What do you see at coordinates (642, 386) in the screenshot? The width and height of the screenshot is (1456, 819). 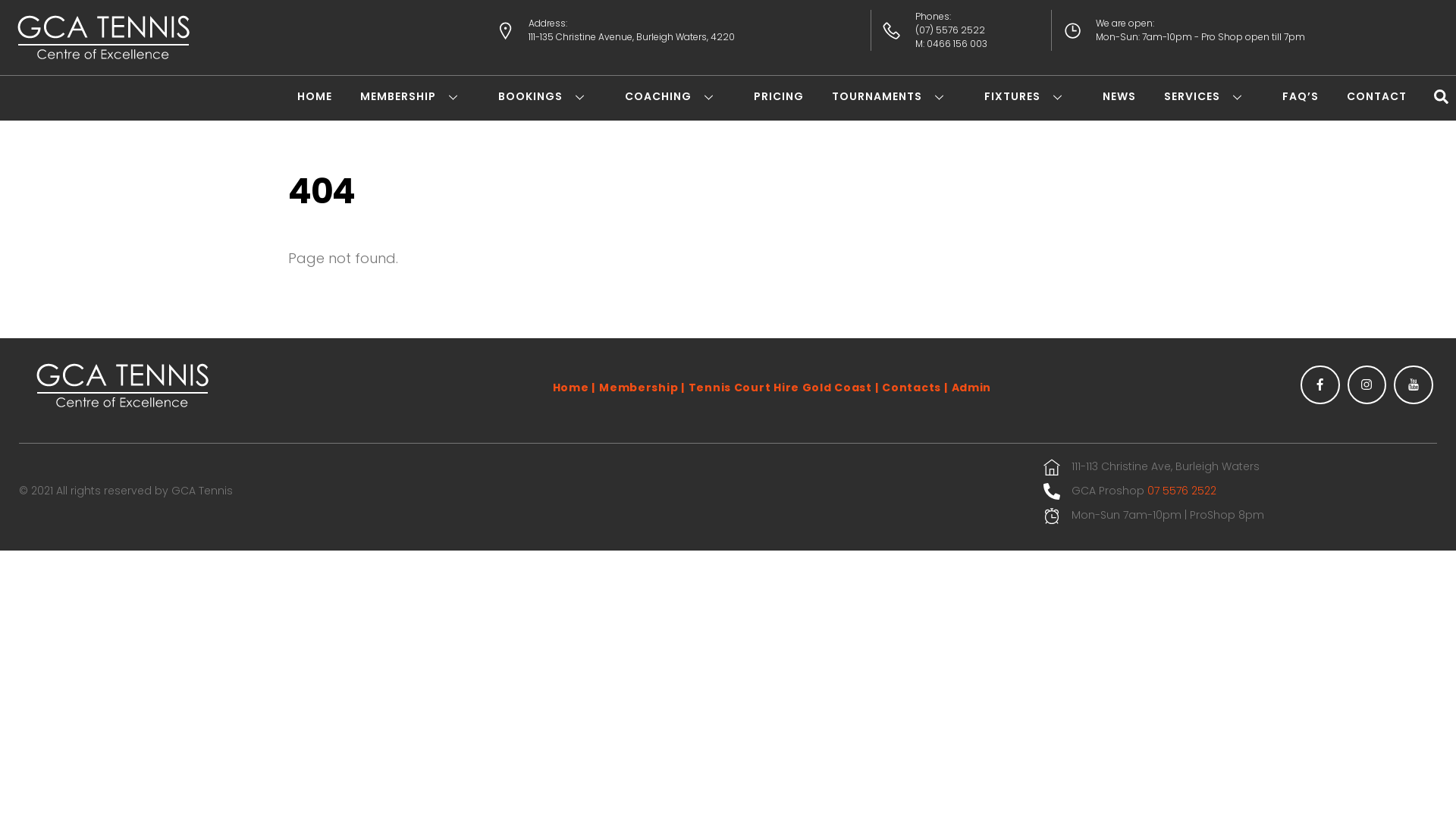 I see `'Membership |'` at bounding box center [642, 386].